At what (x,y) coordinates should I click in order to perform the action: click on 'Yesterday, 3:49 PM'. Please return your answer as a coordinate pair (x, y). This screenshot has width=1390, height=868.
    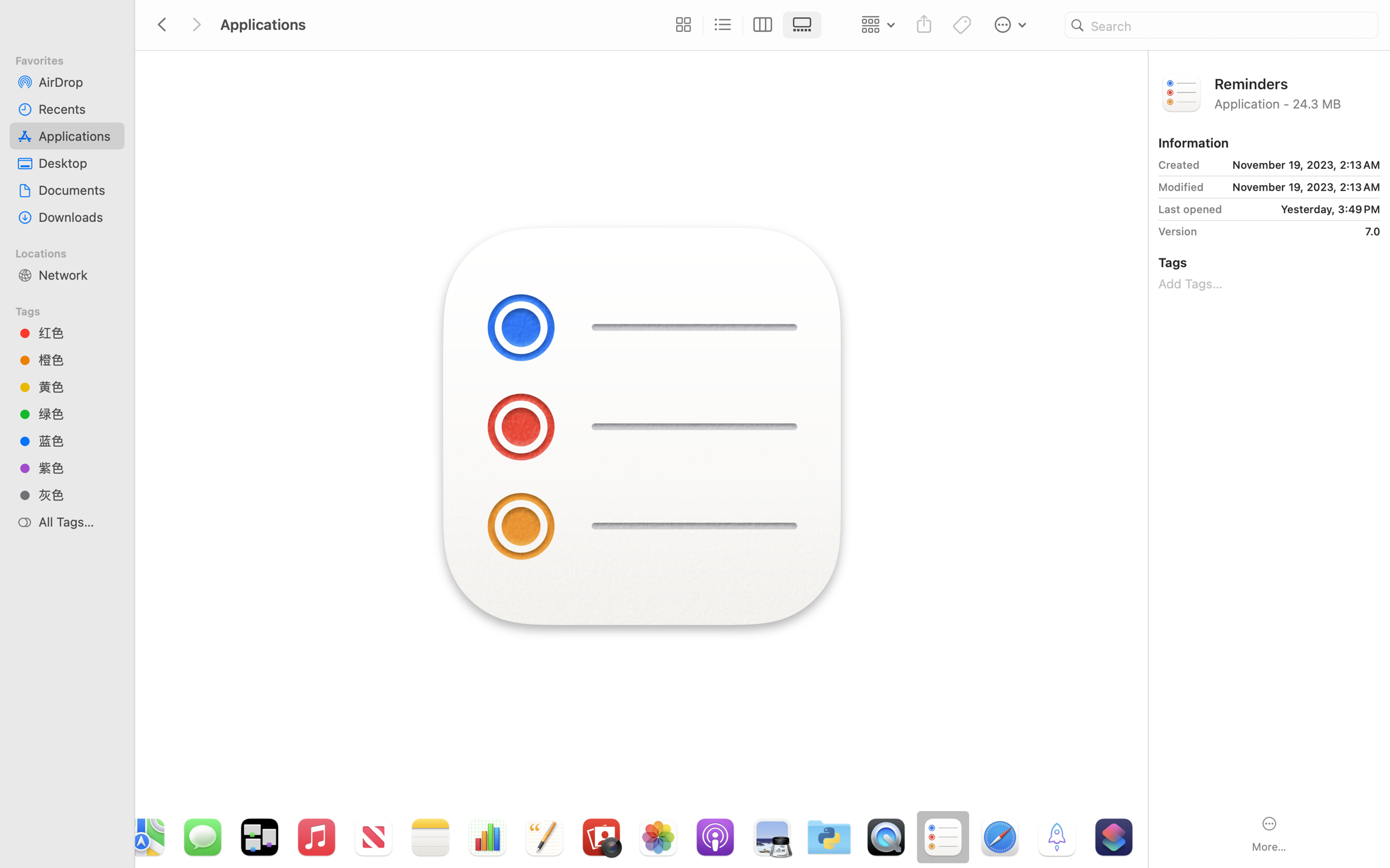
    Looking at the image, I should click on (1304, 209).